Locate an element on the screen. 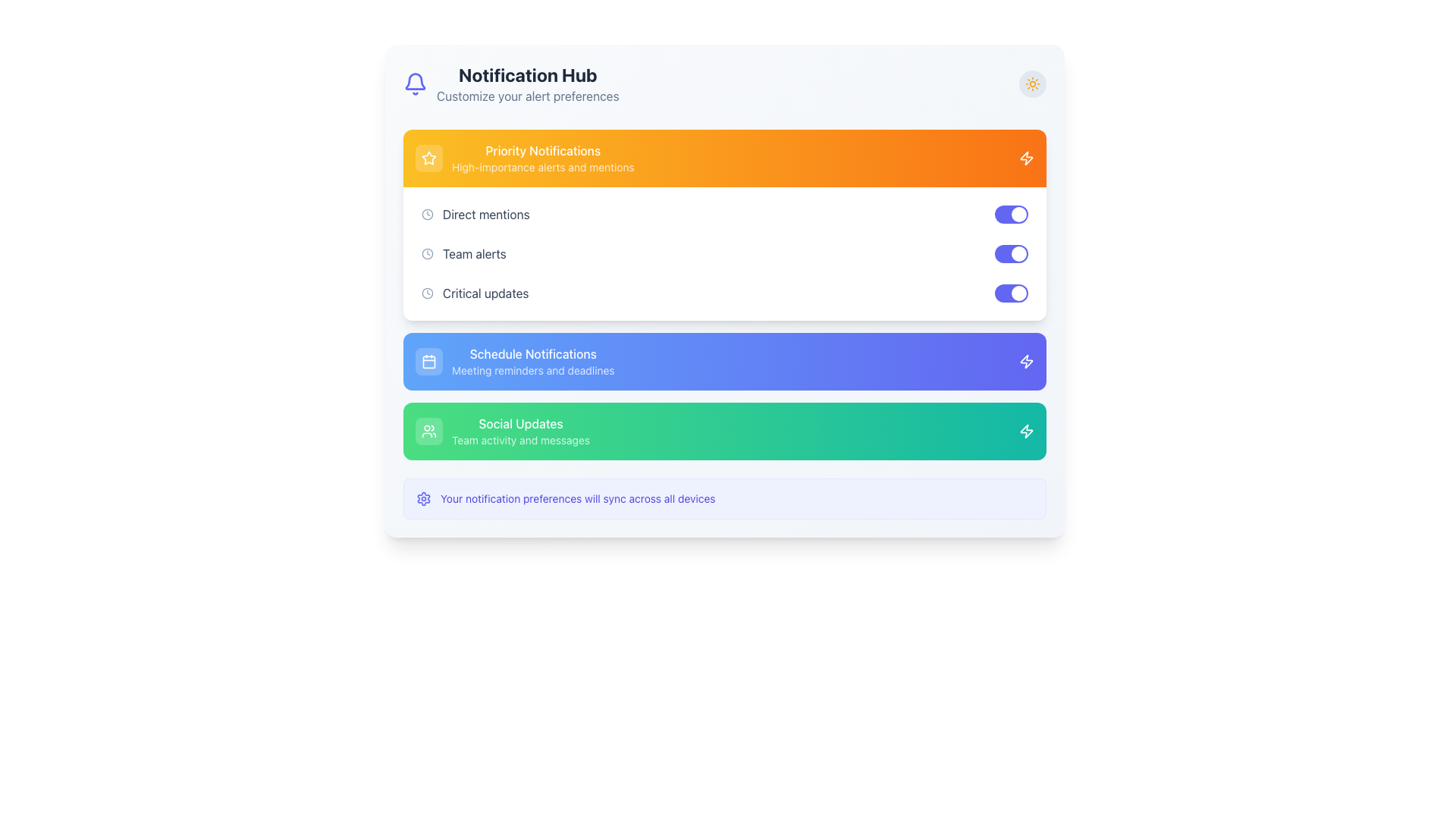 This screenshot has width=1456, height=819. the toggle switch located in the 'Team alerts' section is located at coordinates (1012, 253).